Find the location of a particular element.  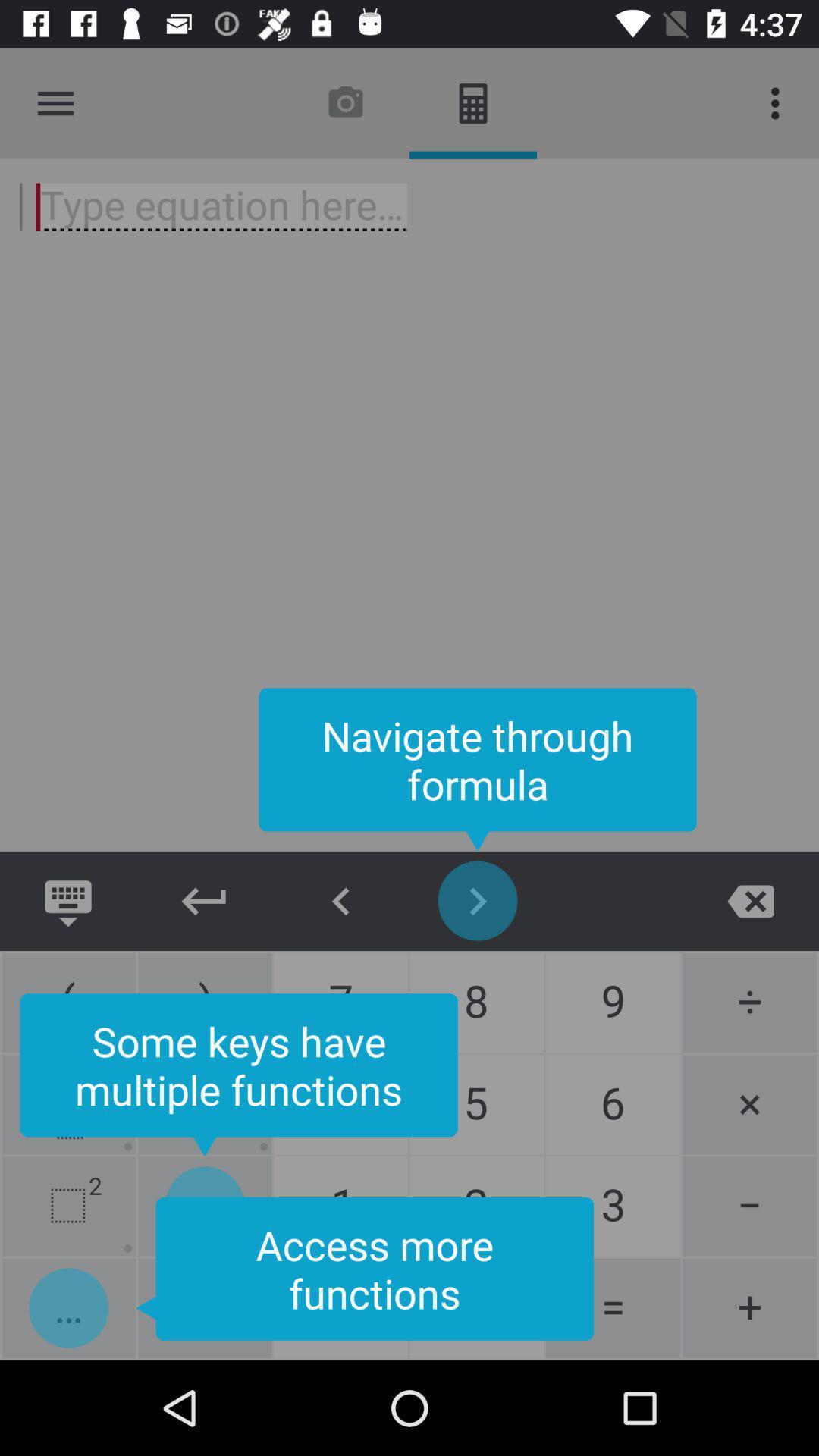

keyboard is located at coordinates (67, 901).